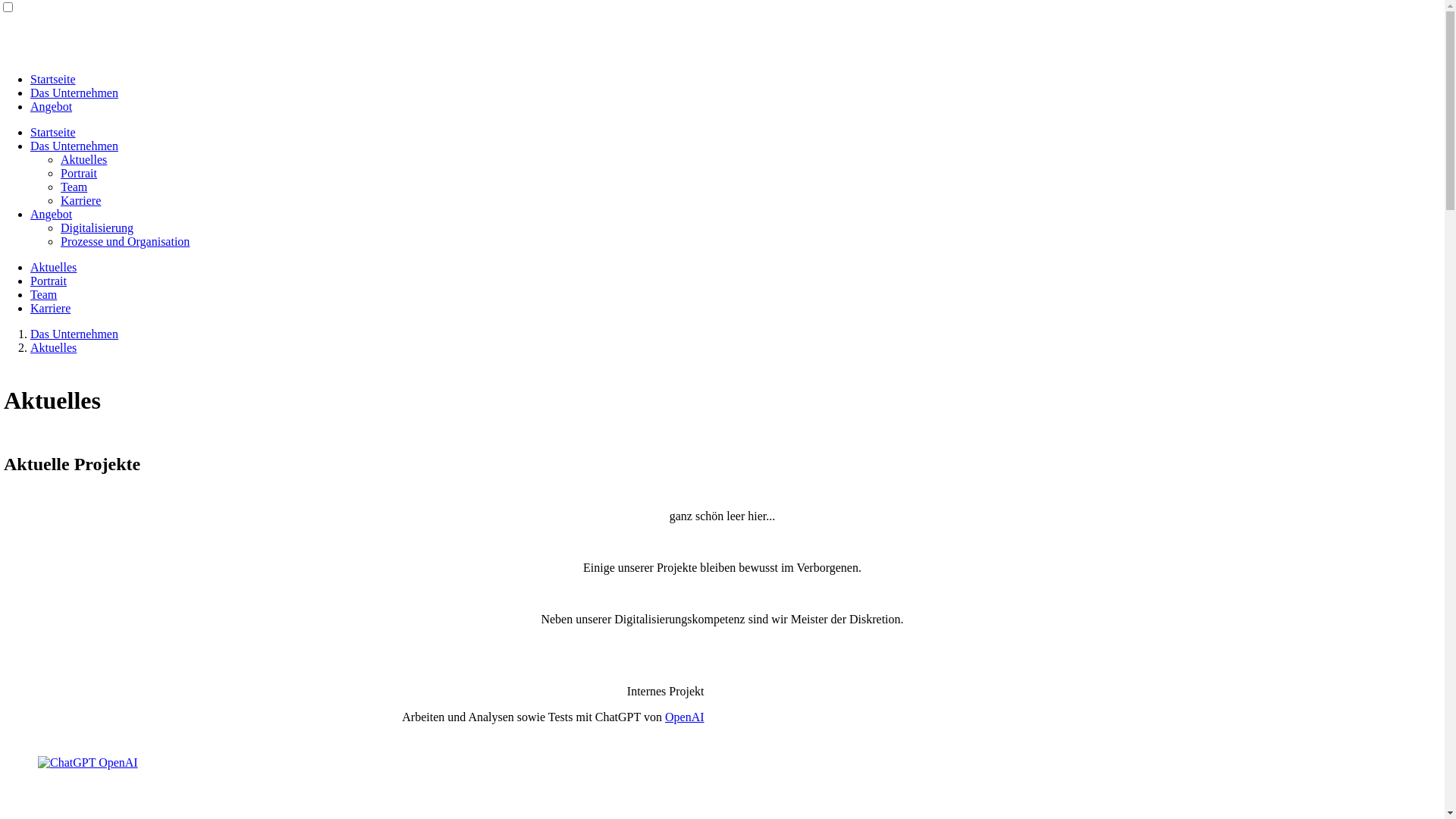  Describe the element at coordinates (53, 79) in the screenshot. I see `'Startseite'` at that location.